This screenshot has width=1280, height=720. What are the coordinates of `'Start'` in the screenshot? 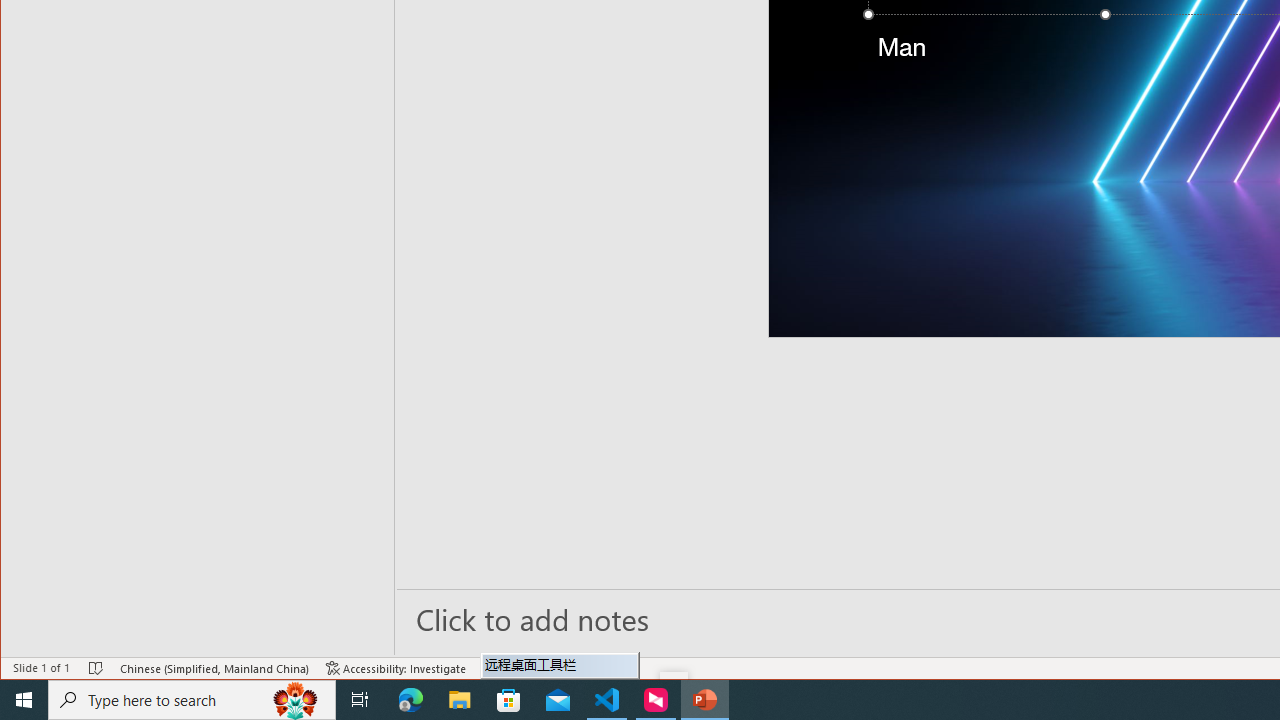 It's located at (24, 698).